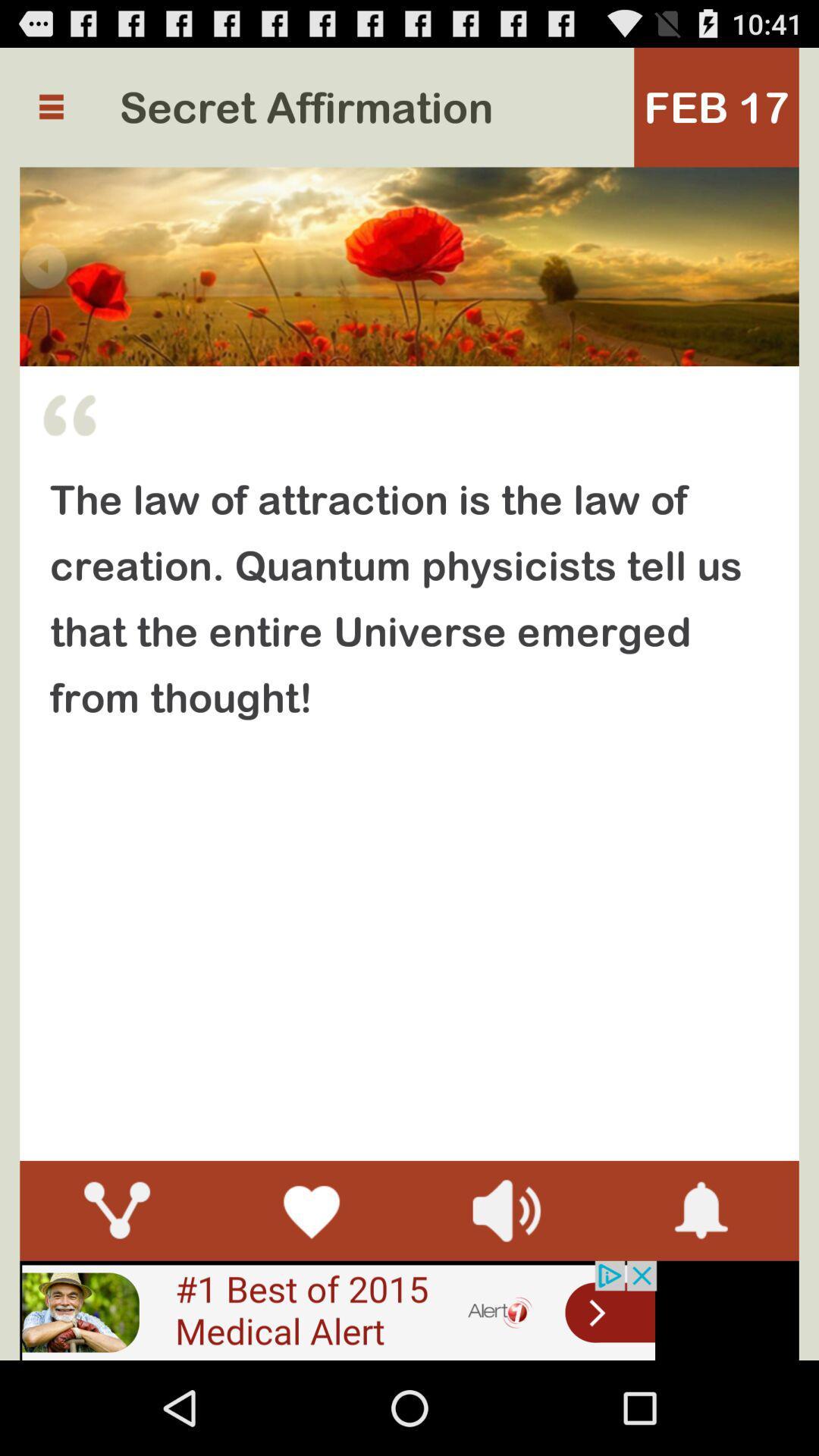 The image size is (819, 1456). Describe the element at coordinates (337, 1310) in the screenshot. I see `open advertisement` at that location.